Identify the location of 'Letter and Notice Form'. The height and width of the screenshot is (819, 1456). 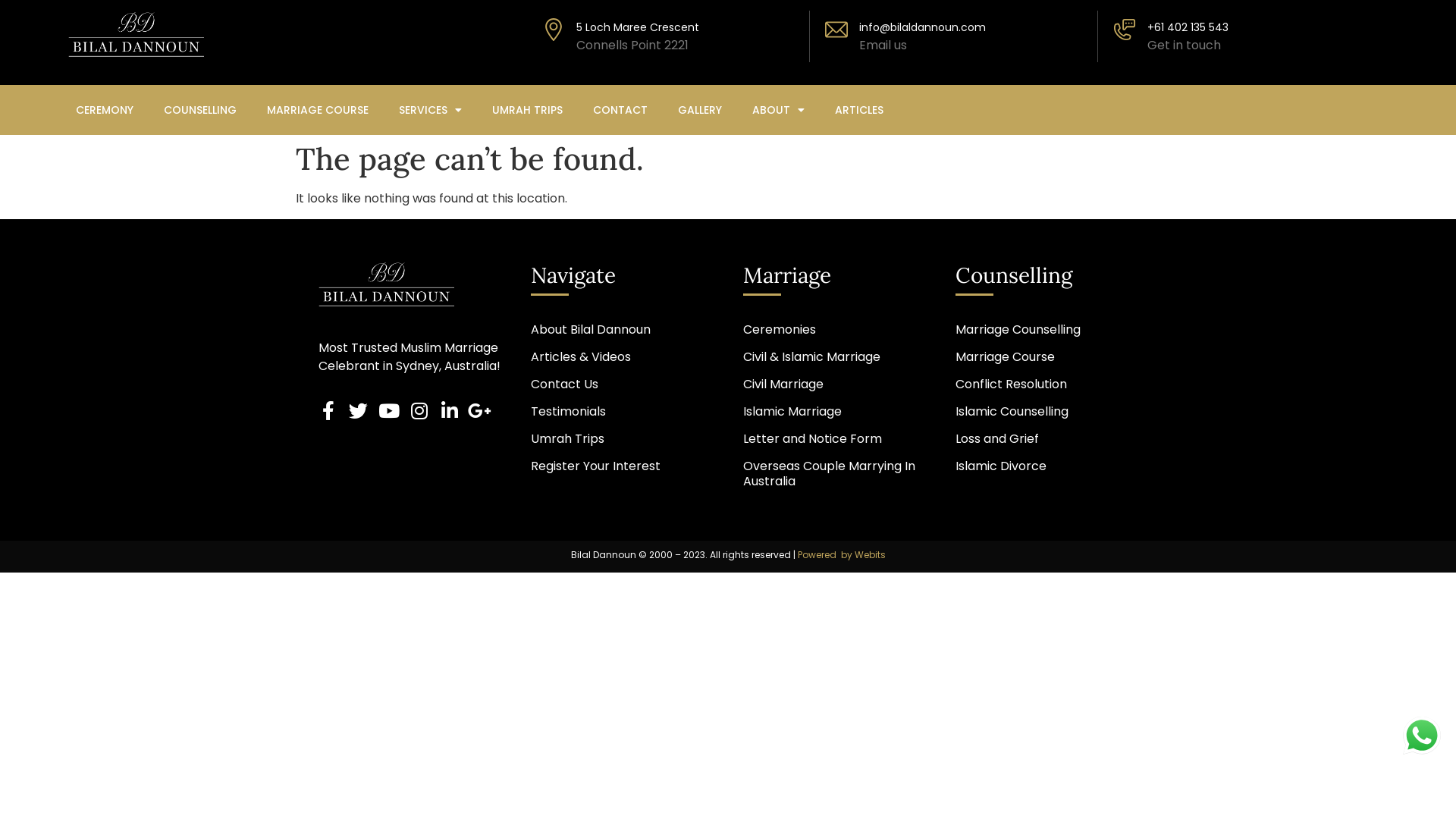
(742, 438).